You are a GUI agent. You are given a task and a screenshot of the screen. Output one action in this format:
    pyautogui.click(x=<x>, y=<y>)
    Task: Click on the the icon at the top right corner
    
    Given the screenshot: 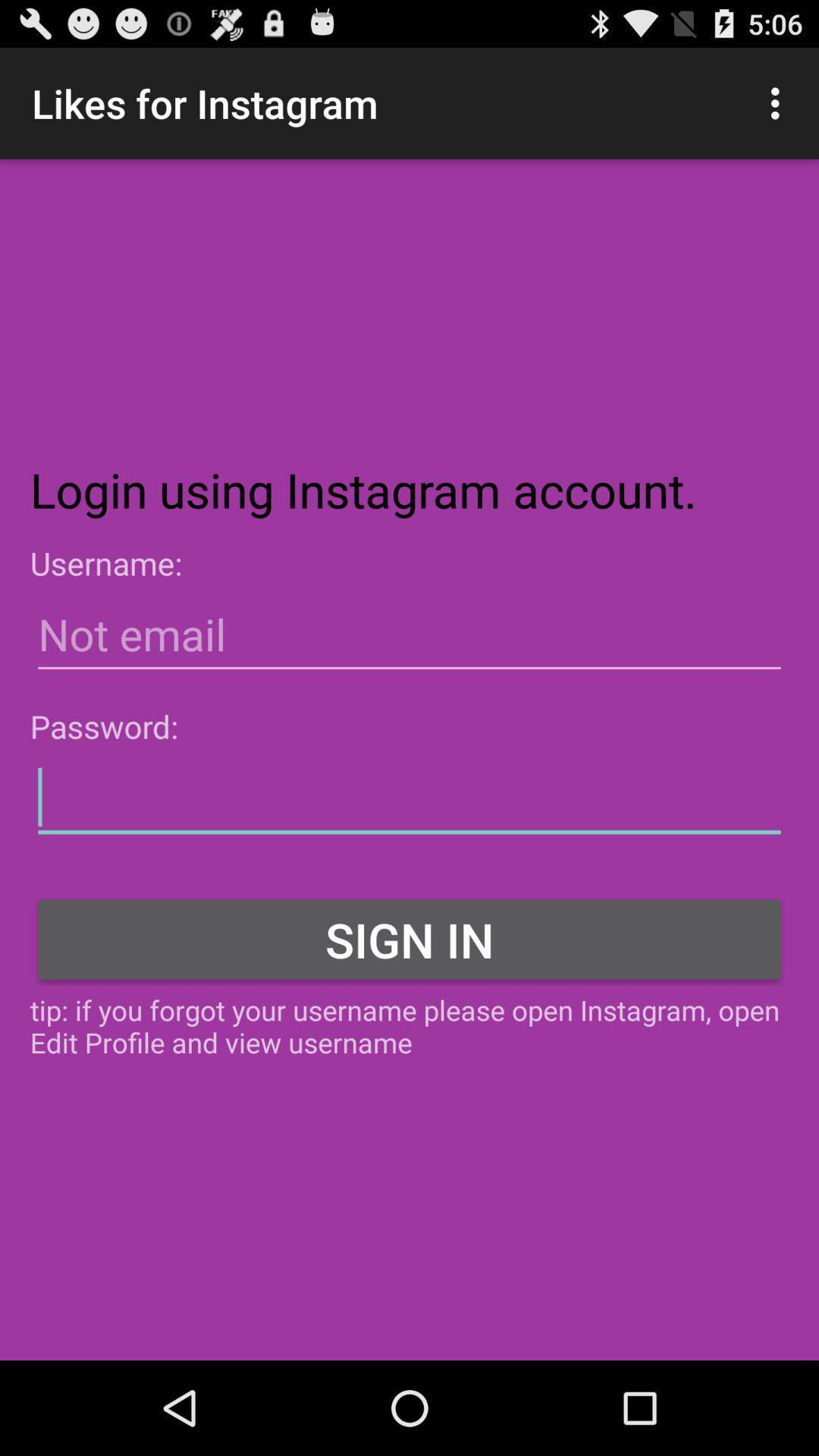 What is the action you would take?
    pyautogui.click(x=779, y=102)
    